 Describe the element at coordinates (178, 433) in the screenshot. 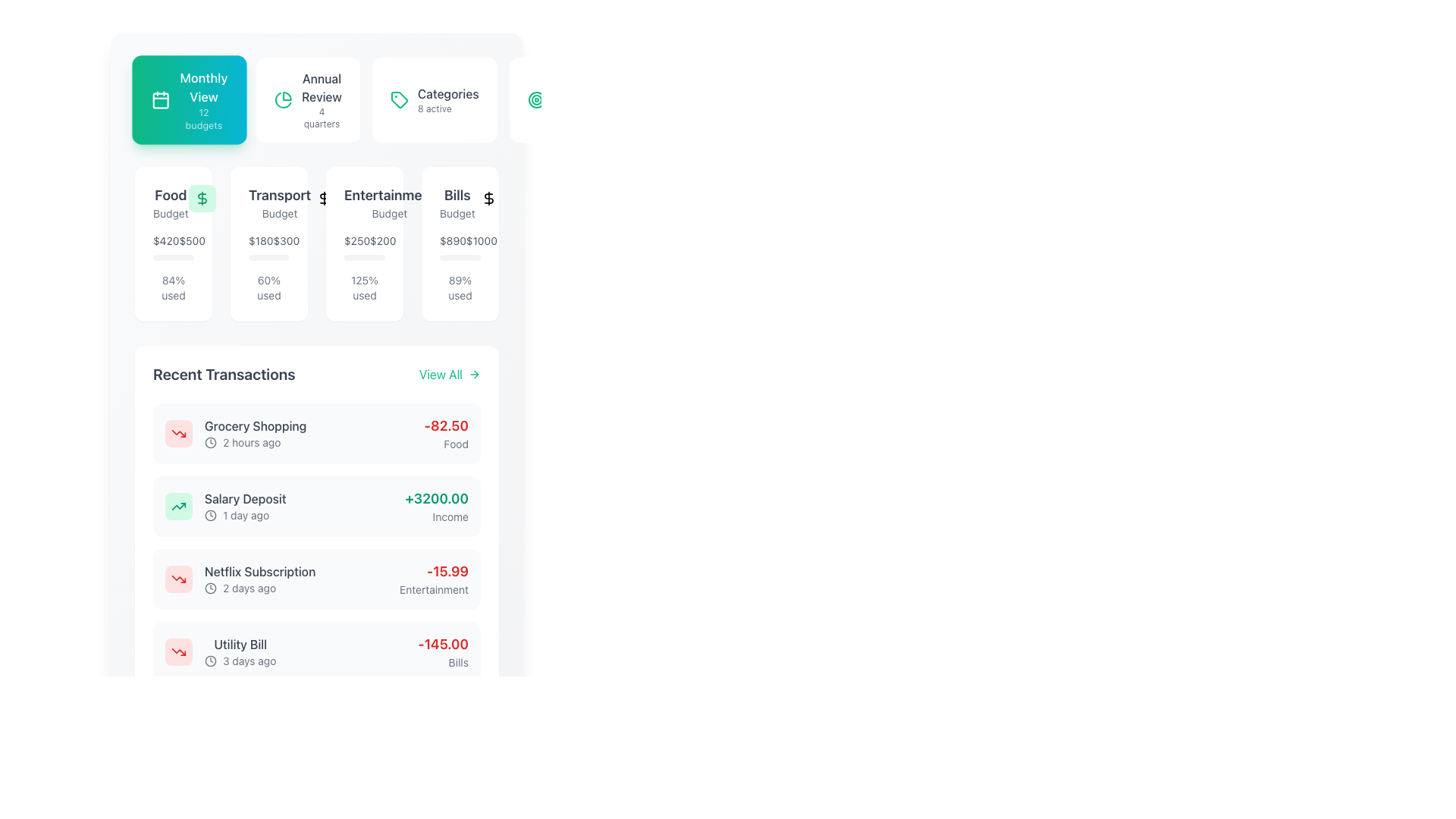

I see `the appearance of the compact, rounded rectangular icon with a soft red background and a downward trending arrow graphic, located to the left of the 'Grocery Shopping' text in the 'Recent Transactions' section` at that location.